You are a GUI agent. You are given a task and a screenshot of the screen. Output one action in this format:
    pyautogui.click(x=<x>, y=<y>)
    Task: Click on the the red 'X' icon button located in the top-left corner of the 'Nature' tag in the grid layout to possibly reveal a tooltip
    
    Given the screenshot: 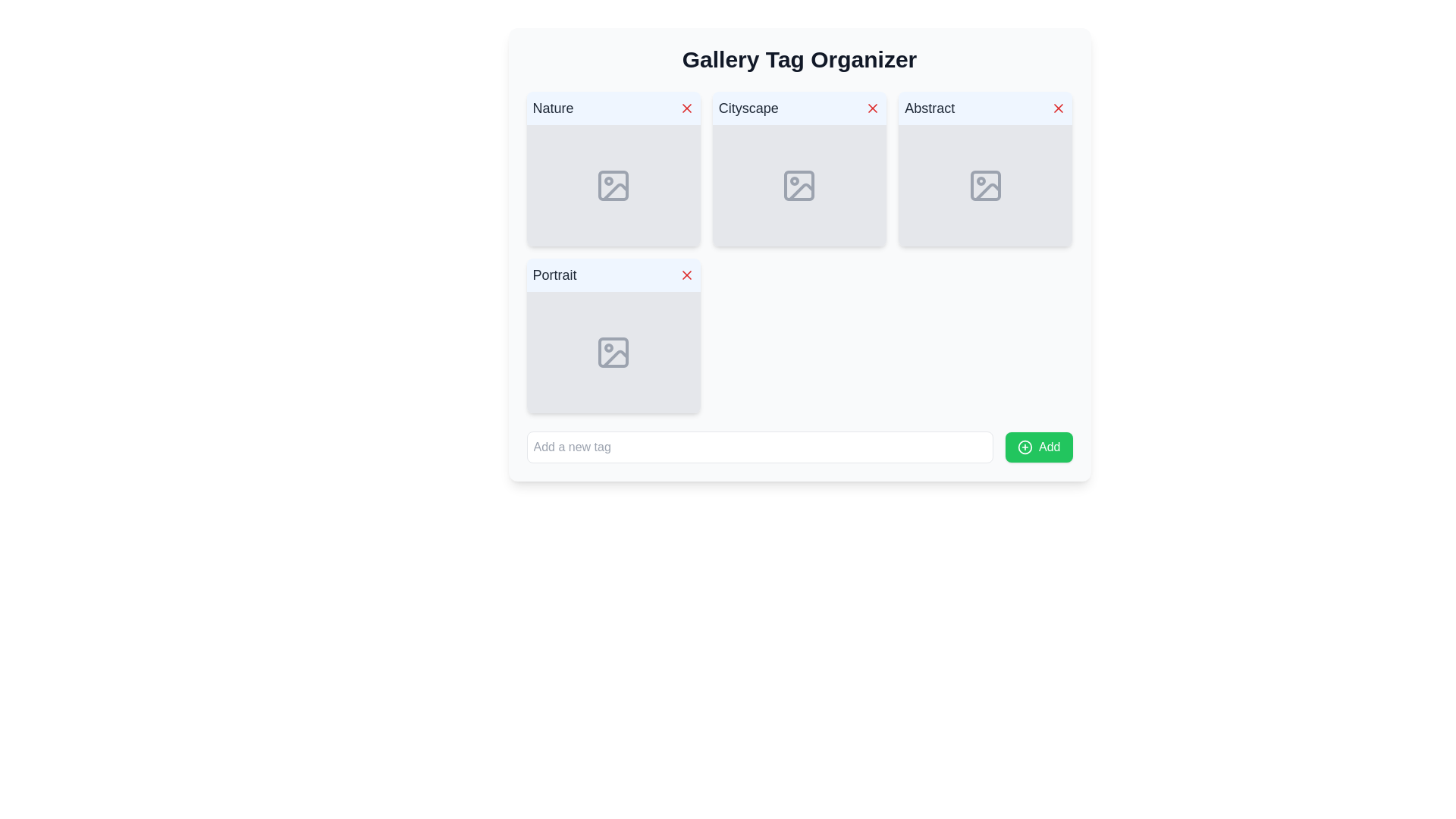 What is the action you would take?
    pyautogui.click(x=686, y=107)
    